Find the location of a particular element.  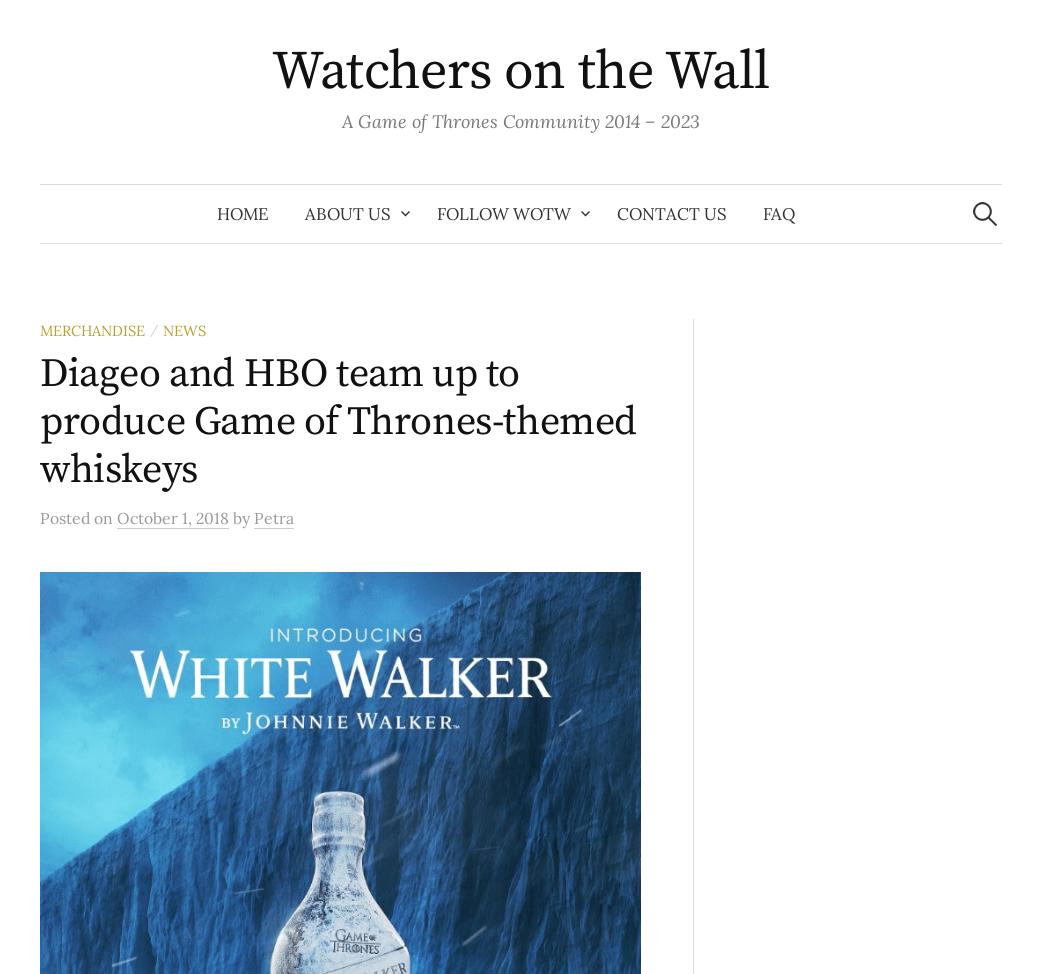

'About Us' is located at coordinates (304, 213).